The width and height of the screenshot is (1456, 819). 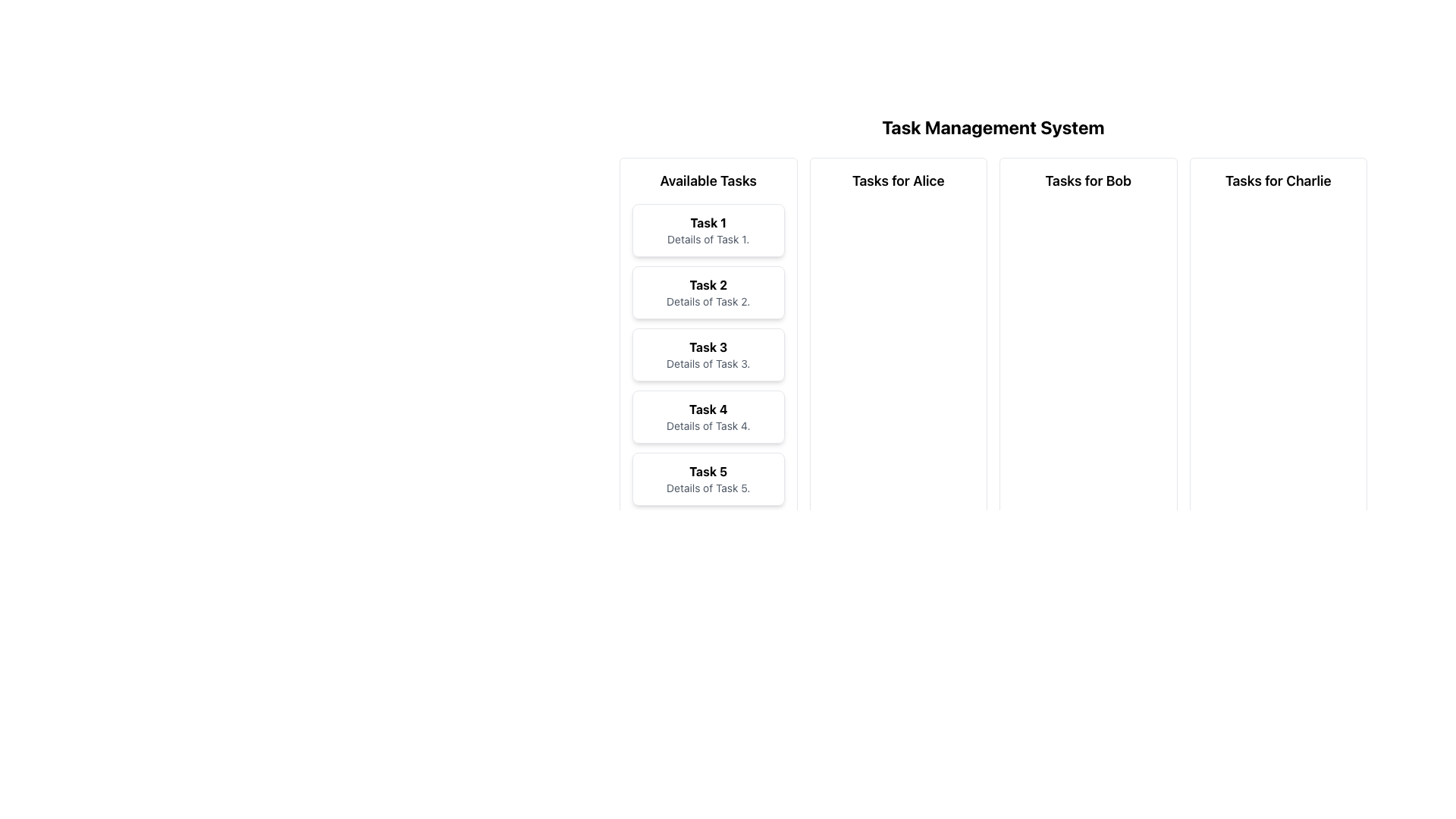 I want to click on the static text label displaying 'Tasks for Alice', which is centrally aligned at the top of the bordered panel, so click(x=898, y=180).